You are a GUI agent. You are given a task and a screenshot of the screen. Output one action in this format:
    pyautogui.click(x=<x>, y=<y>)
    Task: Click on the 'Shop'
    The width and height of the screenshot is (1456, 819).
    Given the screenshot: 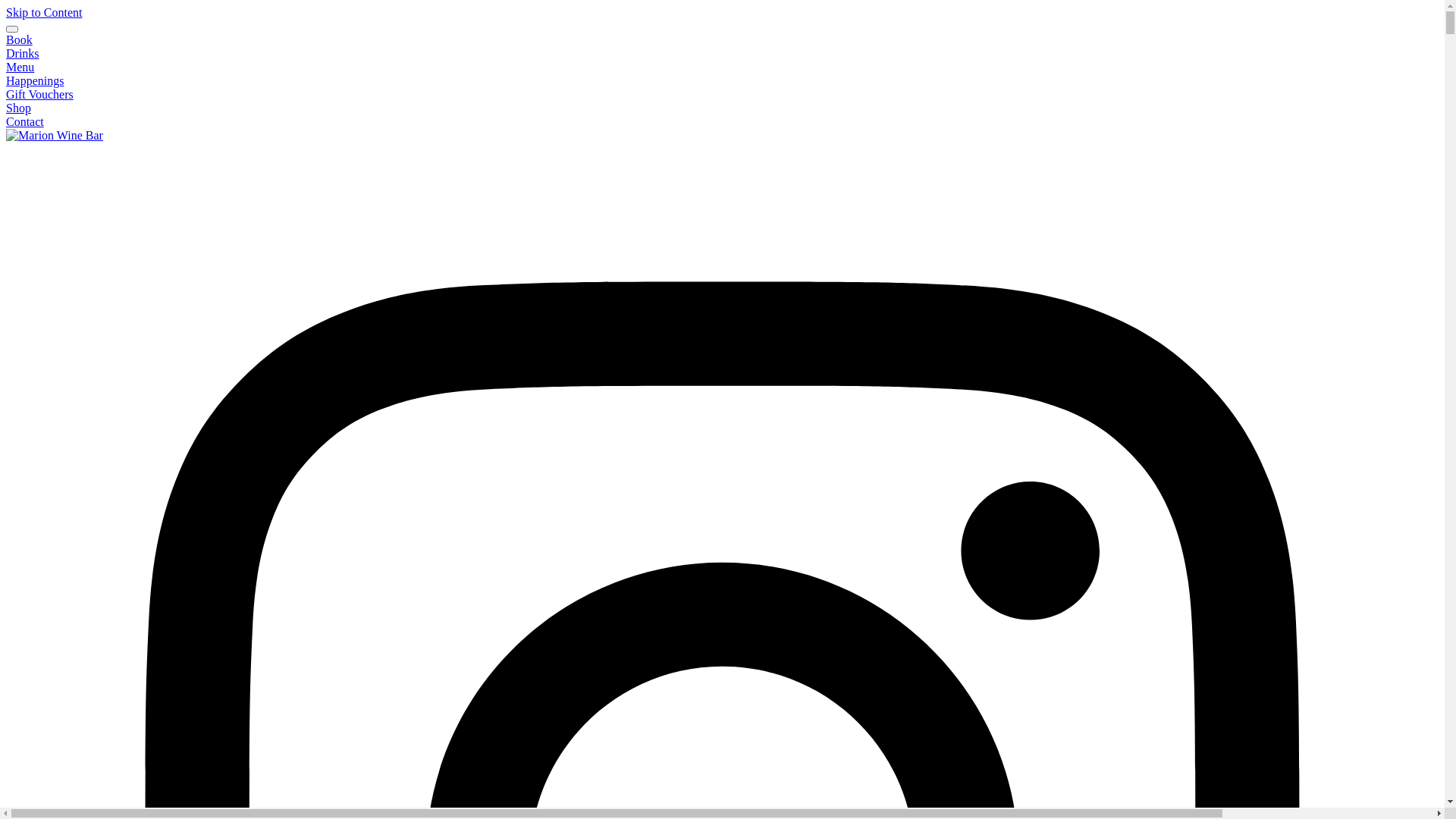 What is the action you would take?
    pyautogui.click(x=18, y=107)
    